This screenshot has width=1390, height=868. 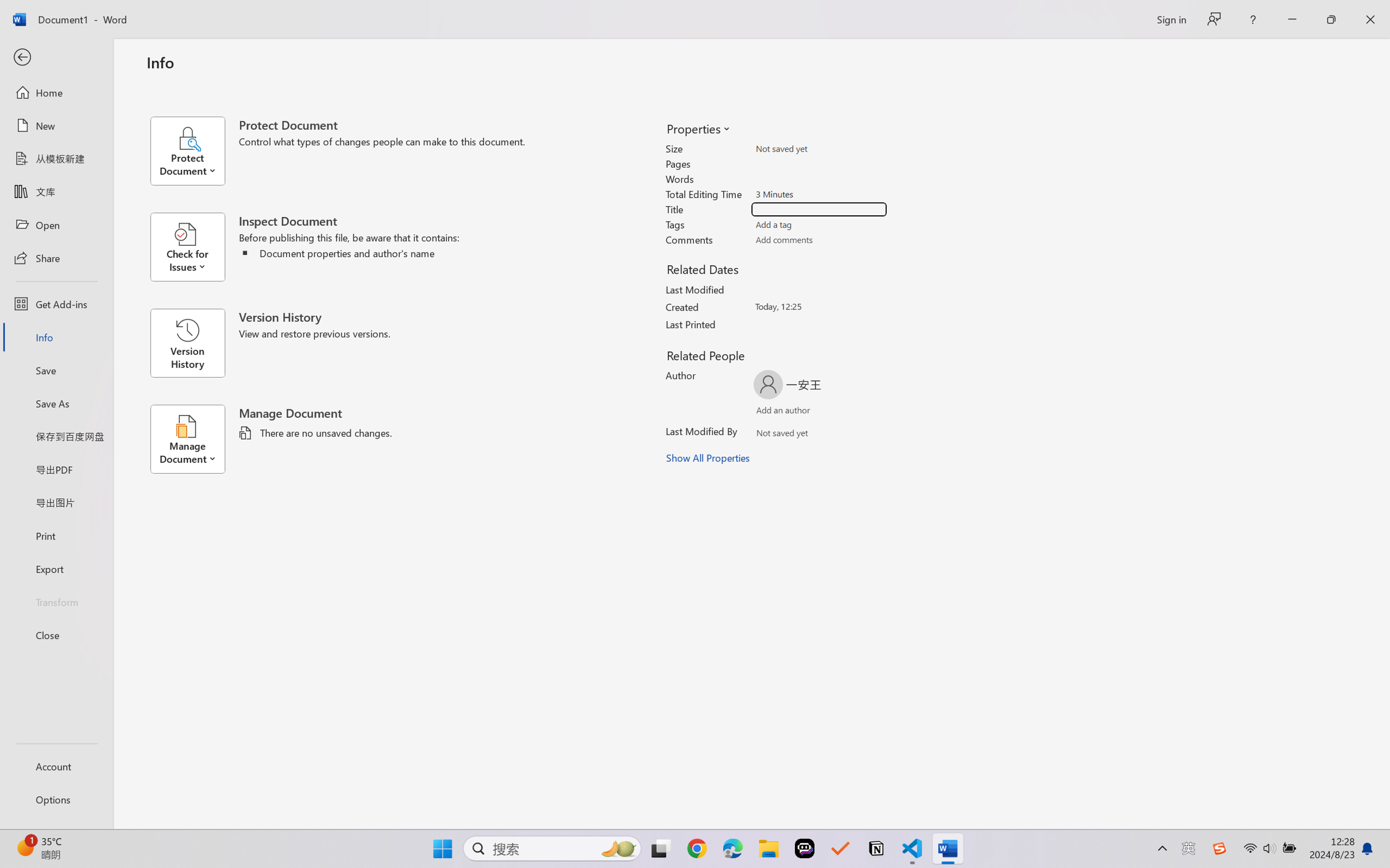 What do you see at coordinates (819, 179) in the screenshot?
I see `'Words'` at bounding box center [819, 179].